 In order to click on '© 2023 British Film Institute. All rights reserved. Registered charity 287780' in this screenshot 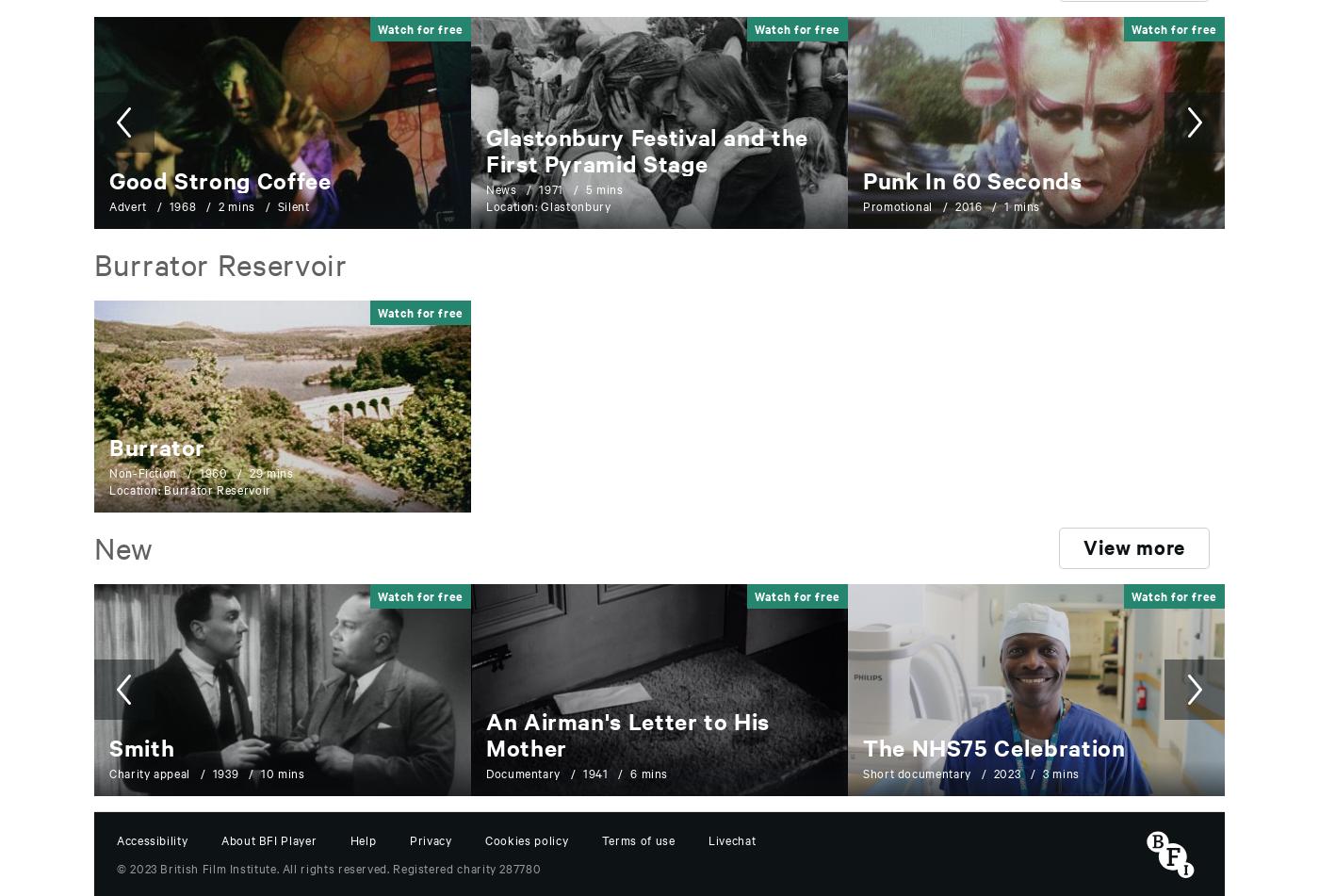, I will do `click(329, 865)`.